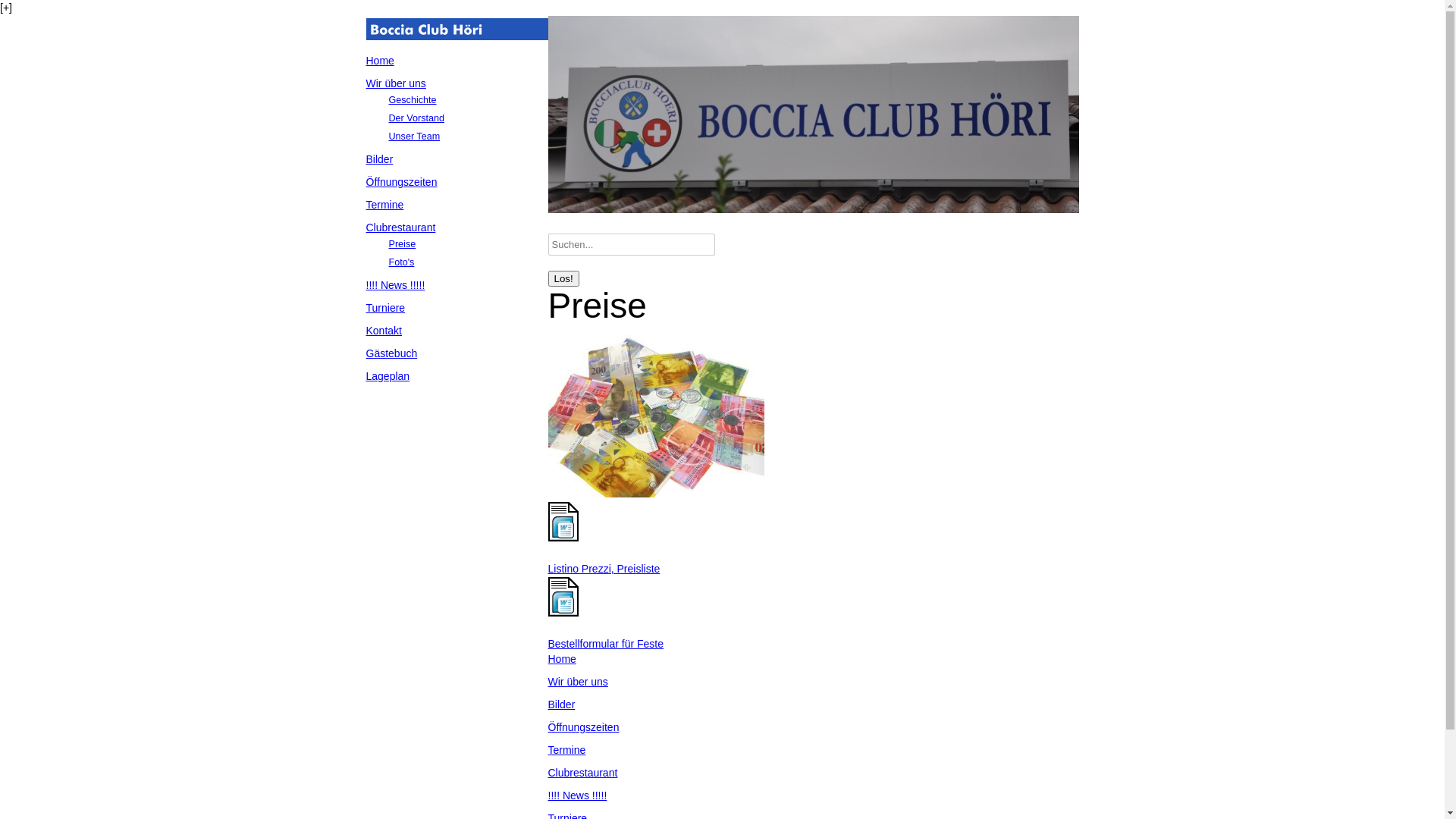 The width and height of the screenshot is (1456, 819). I want to click on 'Listino Prezzi, Preisliste', so click(603, 568).